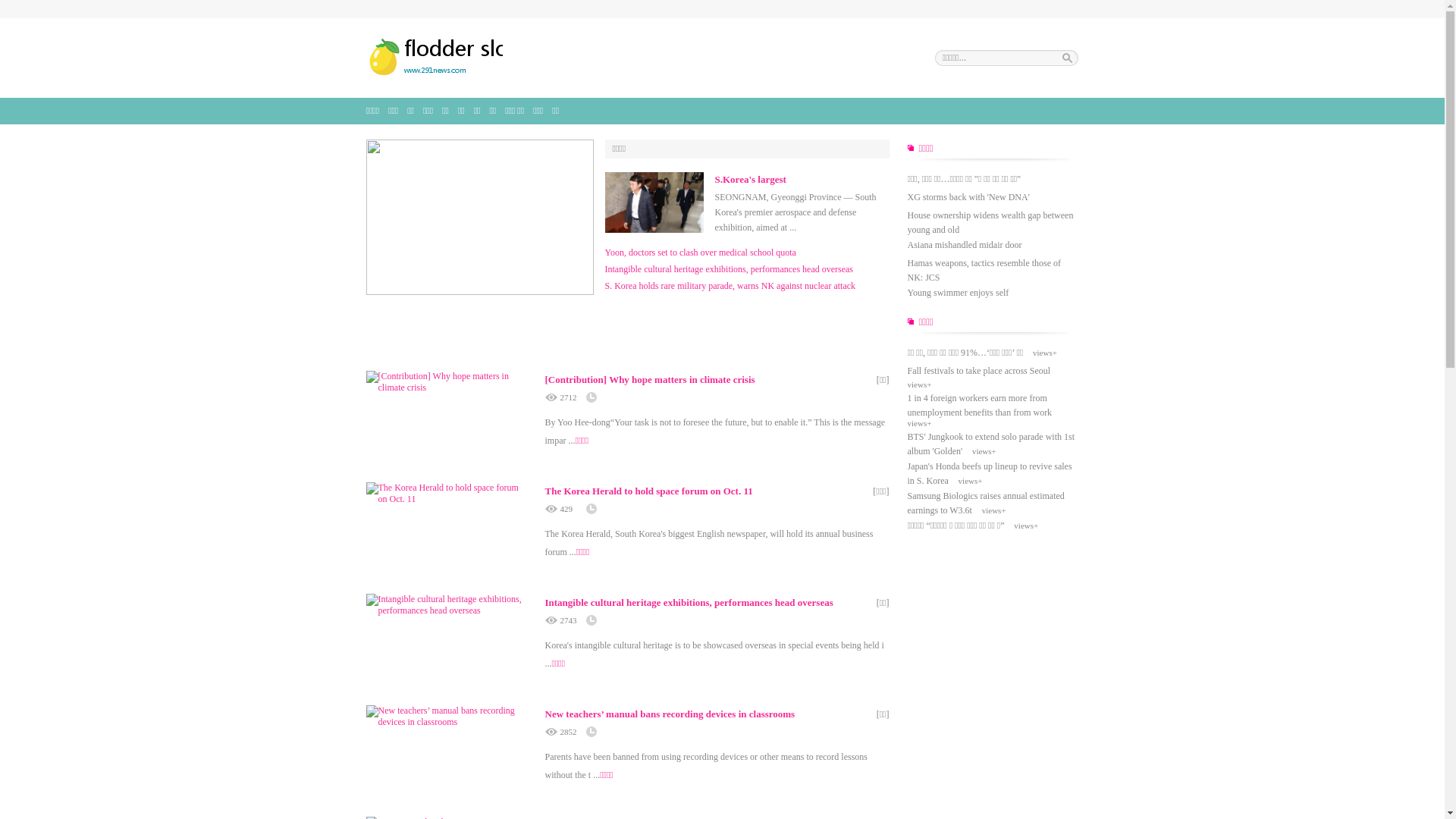 Image resolution: width=1456 pixels, height=819 pixels. What do you see at coordinates (713, 178) in the screenshot?
I see `'S.Korea's largest'` at bounding box center [713, 178].